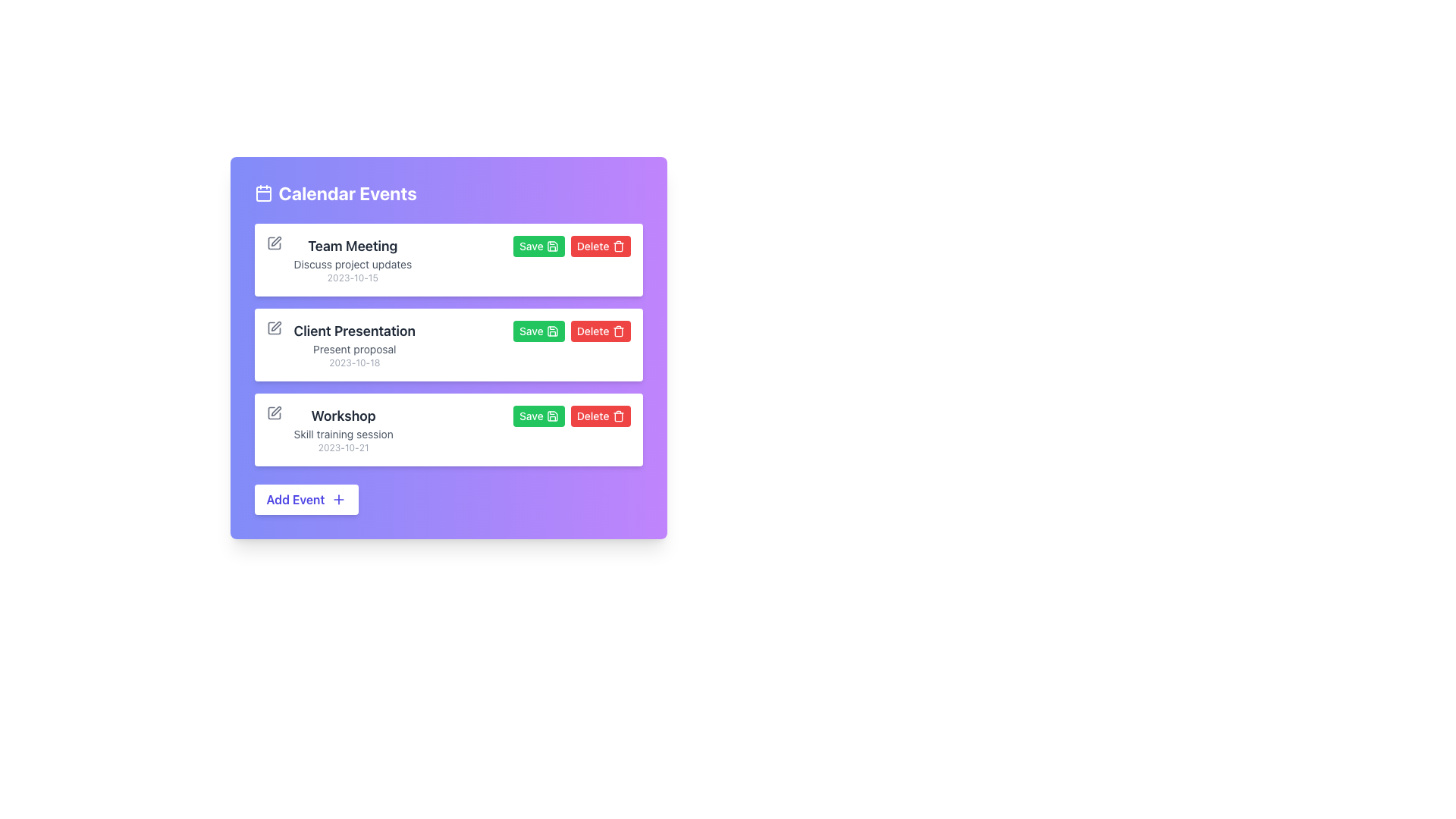  I want to click on the 'Delete' button in the grouped button set for the 'Client Presentation' entry located in the 'Calendar Events' section, so click(571, 330).